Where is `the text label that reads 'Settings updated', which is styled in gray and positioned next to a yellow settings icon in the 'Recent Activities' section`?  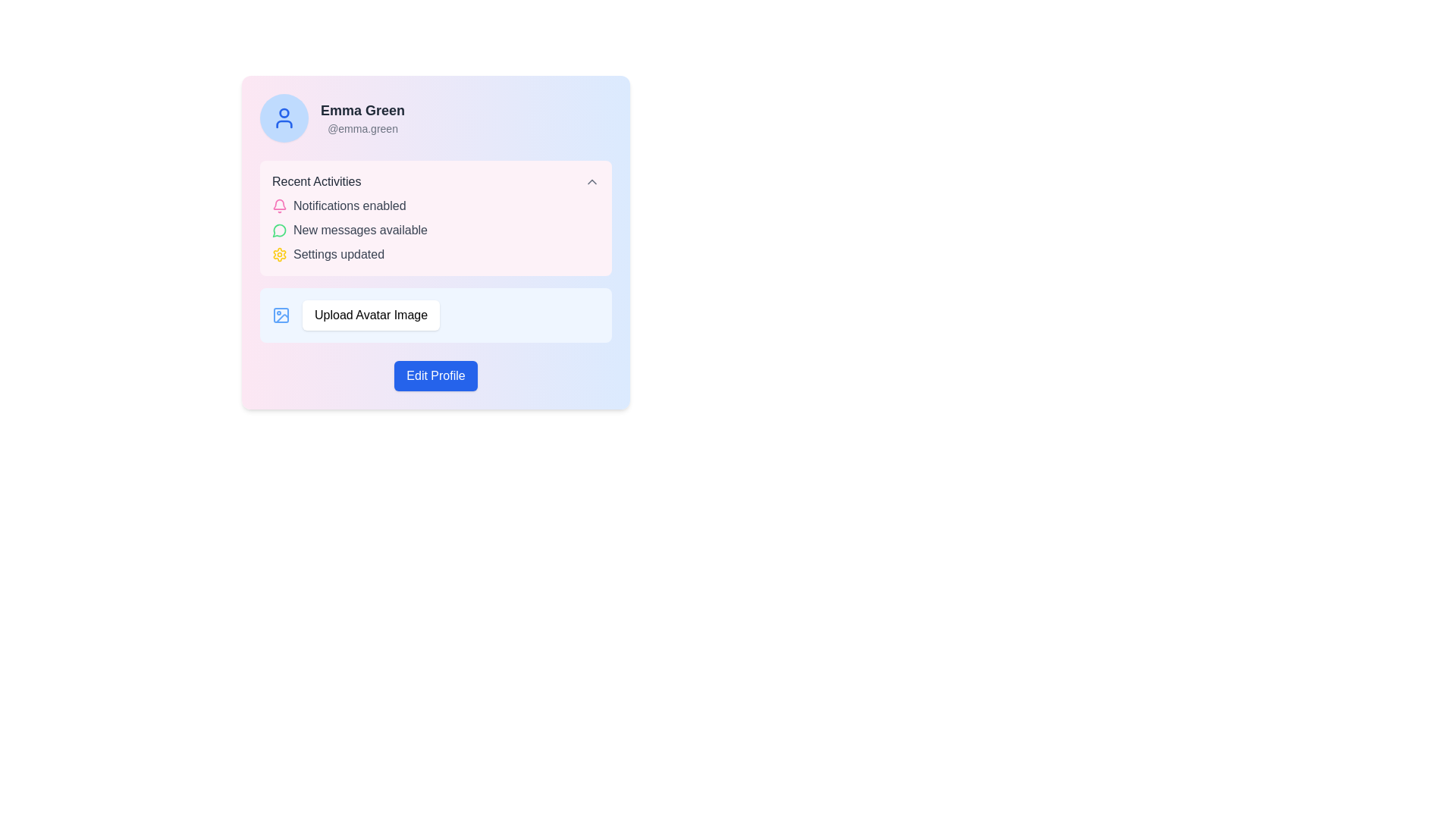
the text label that reads 'Settings updated', which is styled in gray and positioned next to a yellow settings icon in the 'Recent Activities' section is located at coordinates (337, 253).